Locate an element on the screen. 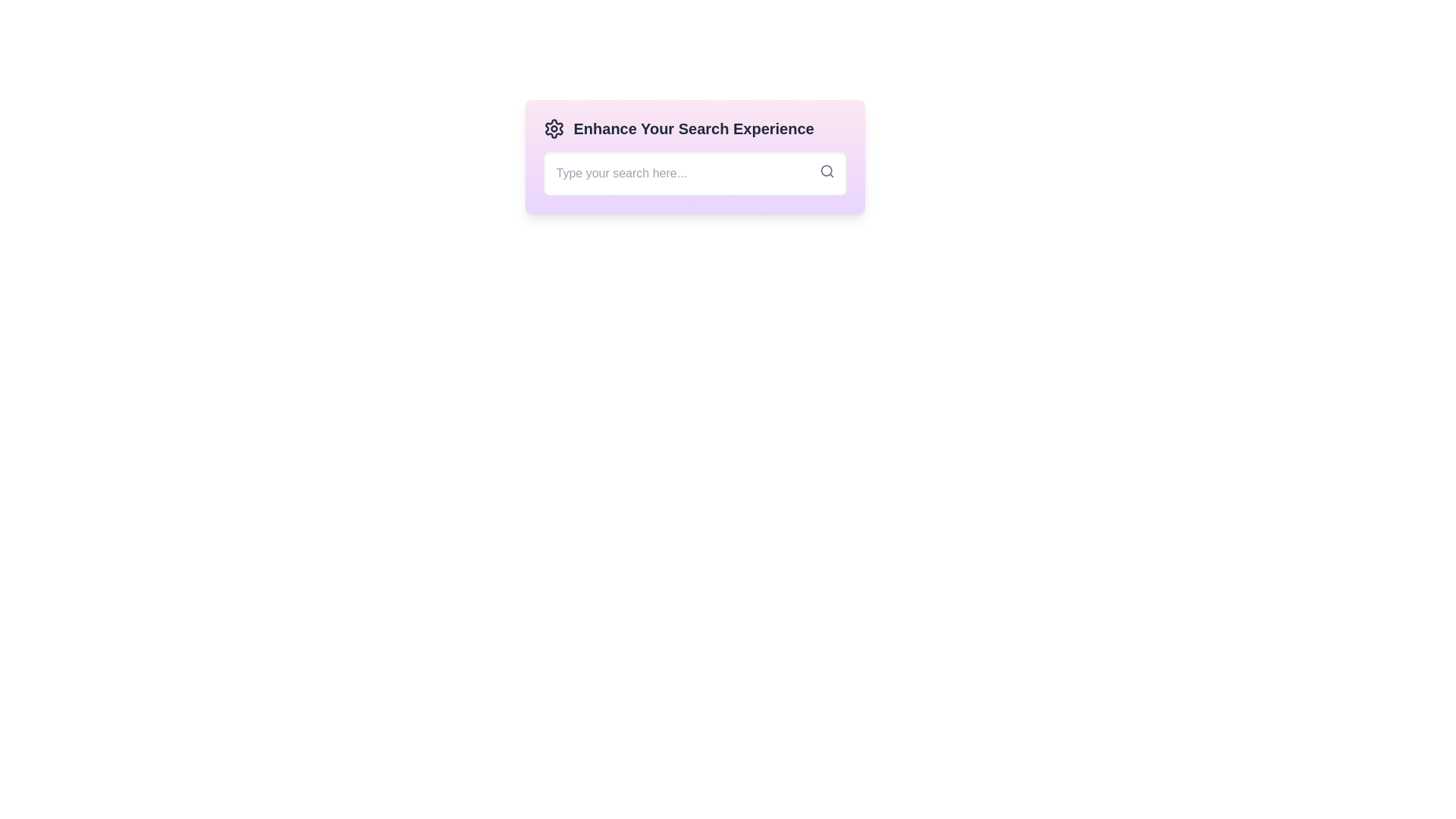 This screenshot has width=1456, height=819. the circular graphical element that represents the lens of the magnifying glass icon, located to the right of the search input field is located at coordinates (825, 171).